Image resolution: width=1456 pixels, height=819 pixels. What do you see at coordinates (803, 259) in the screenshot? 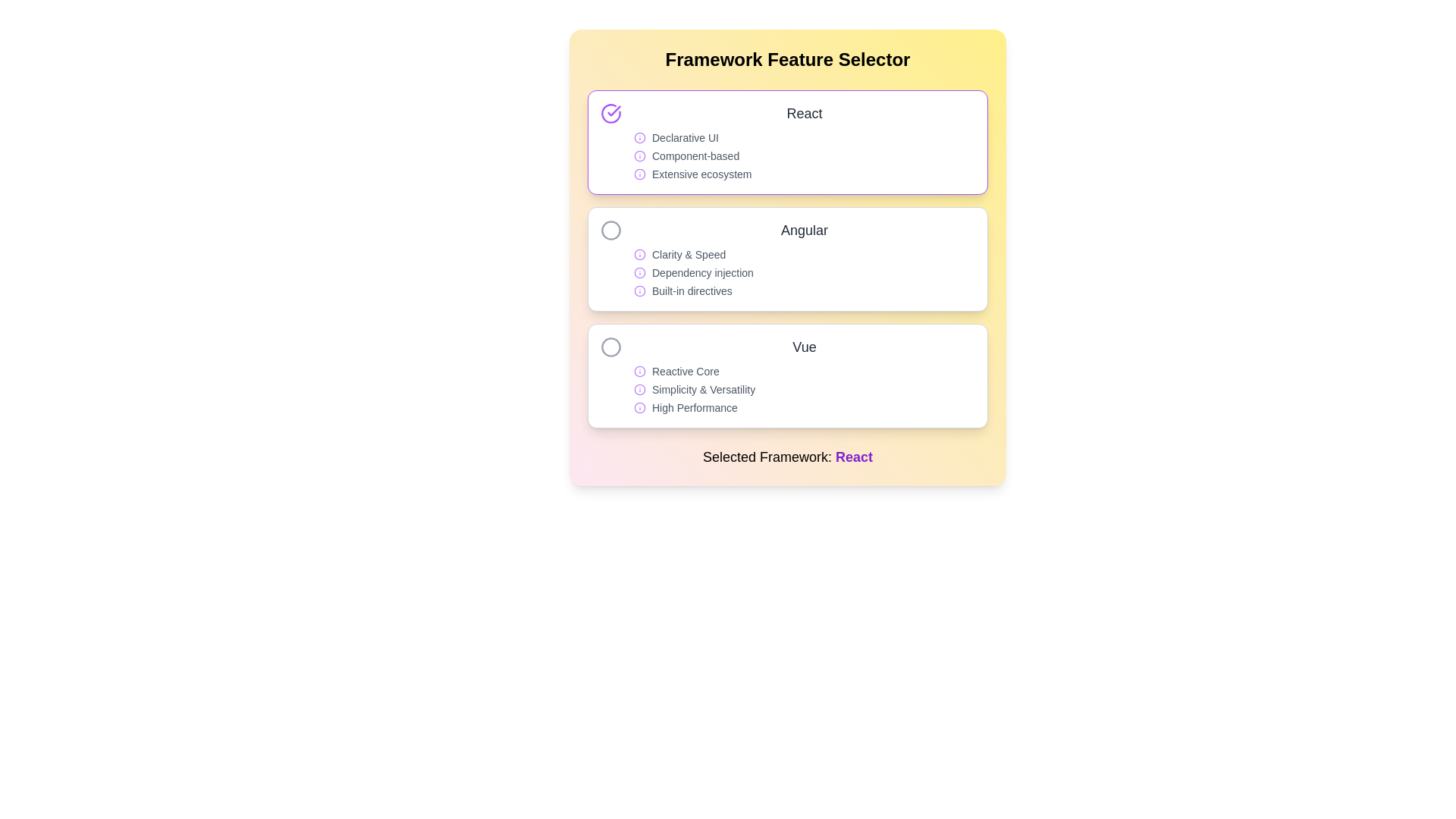
I see `and read the content within the 'Angular' feature description card, which includes the title 'Angular' and features such as 'Clarity & Speed', 'Dependency injection', and 'Built-in directives'` at bounding box center [803, 259].